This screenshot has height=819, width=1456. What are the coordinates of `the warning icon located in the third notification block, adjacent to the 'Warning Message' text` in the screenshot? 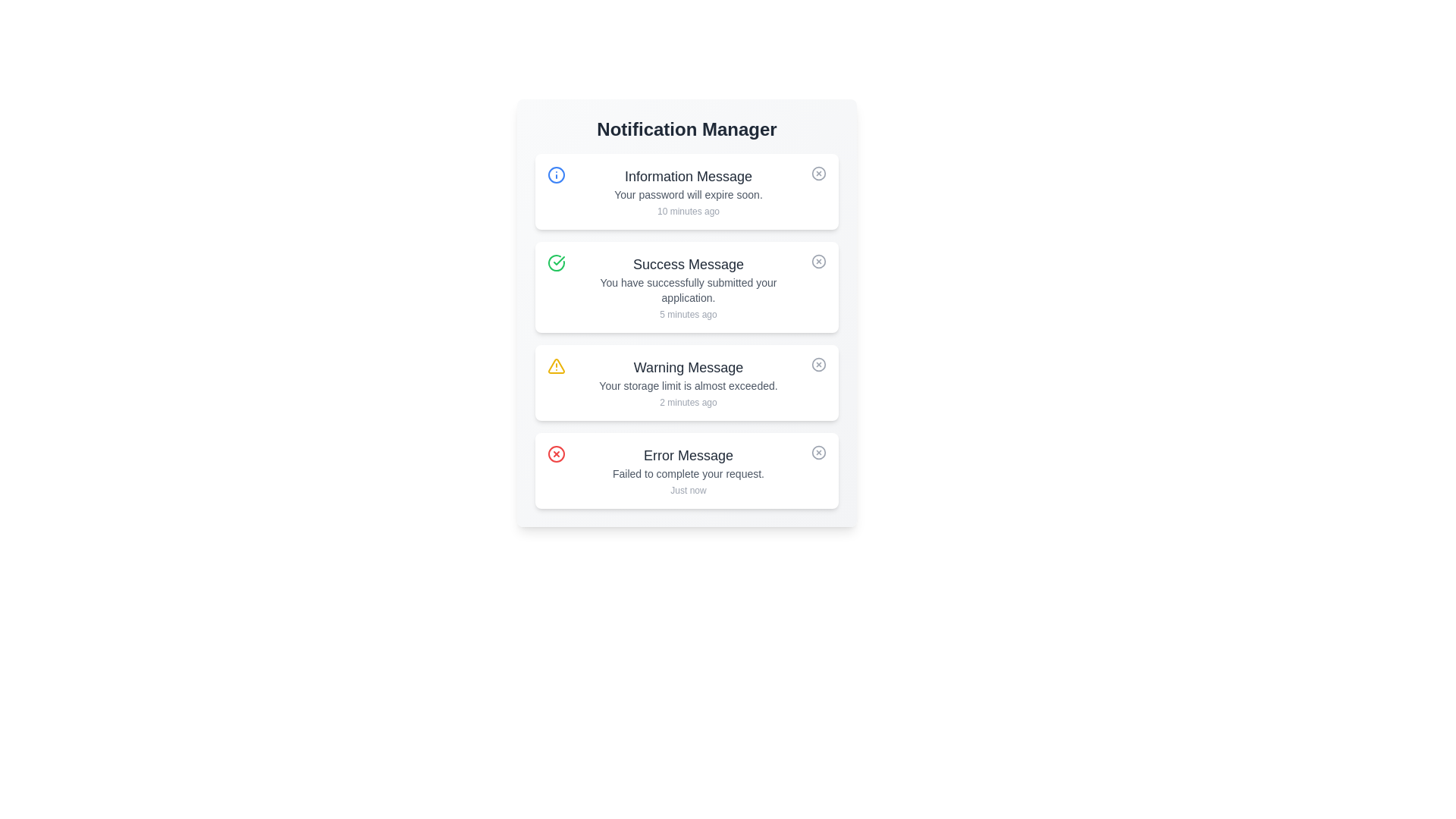 It's located at (556, 366).